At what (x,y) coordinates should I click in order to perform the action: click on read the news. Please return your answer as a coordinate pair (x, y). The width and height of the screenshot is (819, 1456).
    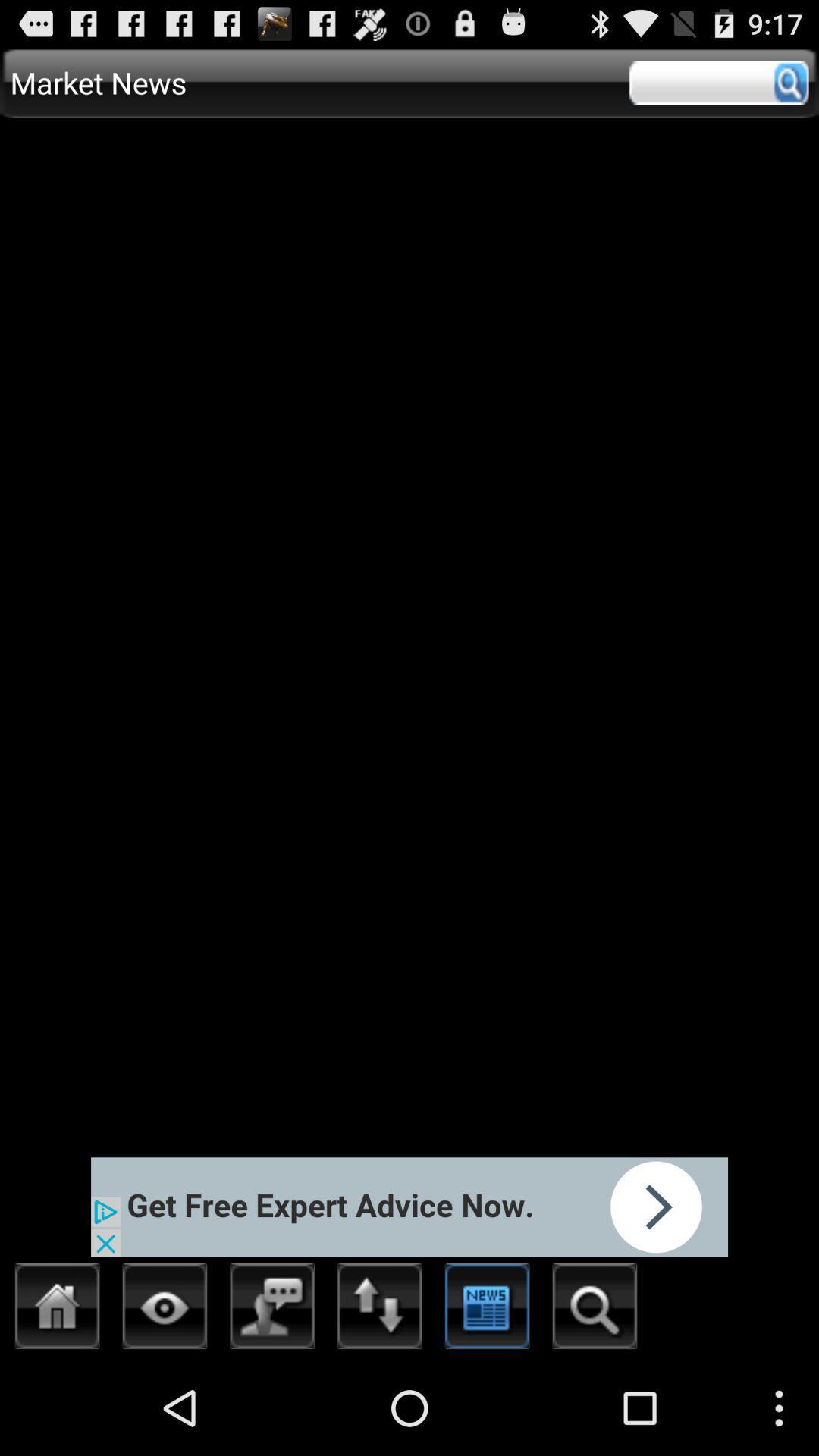
    Looking at the image, I should click on (488, 1310).